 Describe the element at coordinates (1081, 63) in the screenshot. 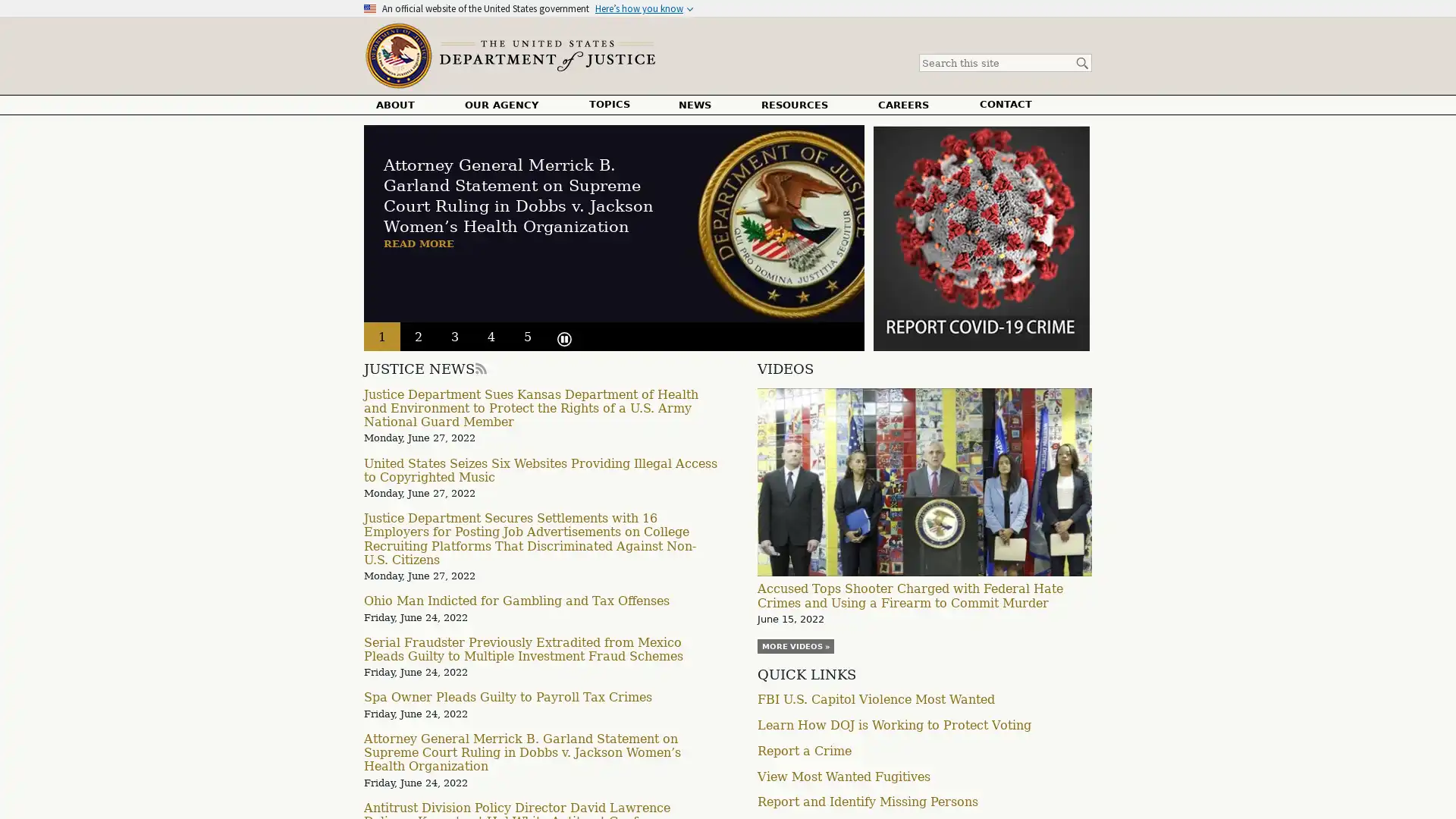

I see `Search` at that location.